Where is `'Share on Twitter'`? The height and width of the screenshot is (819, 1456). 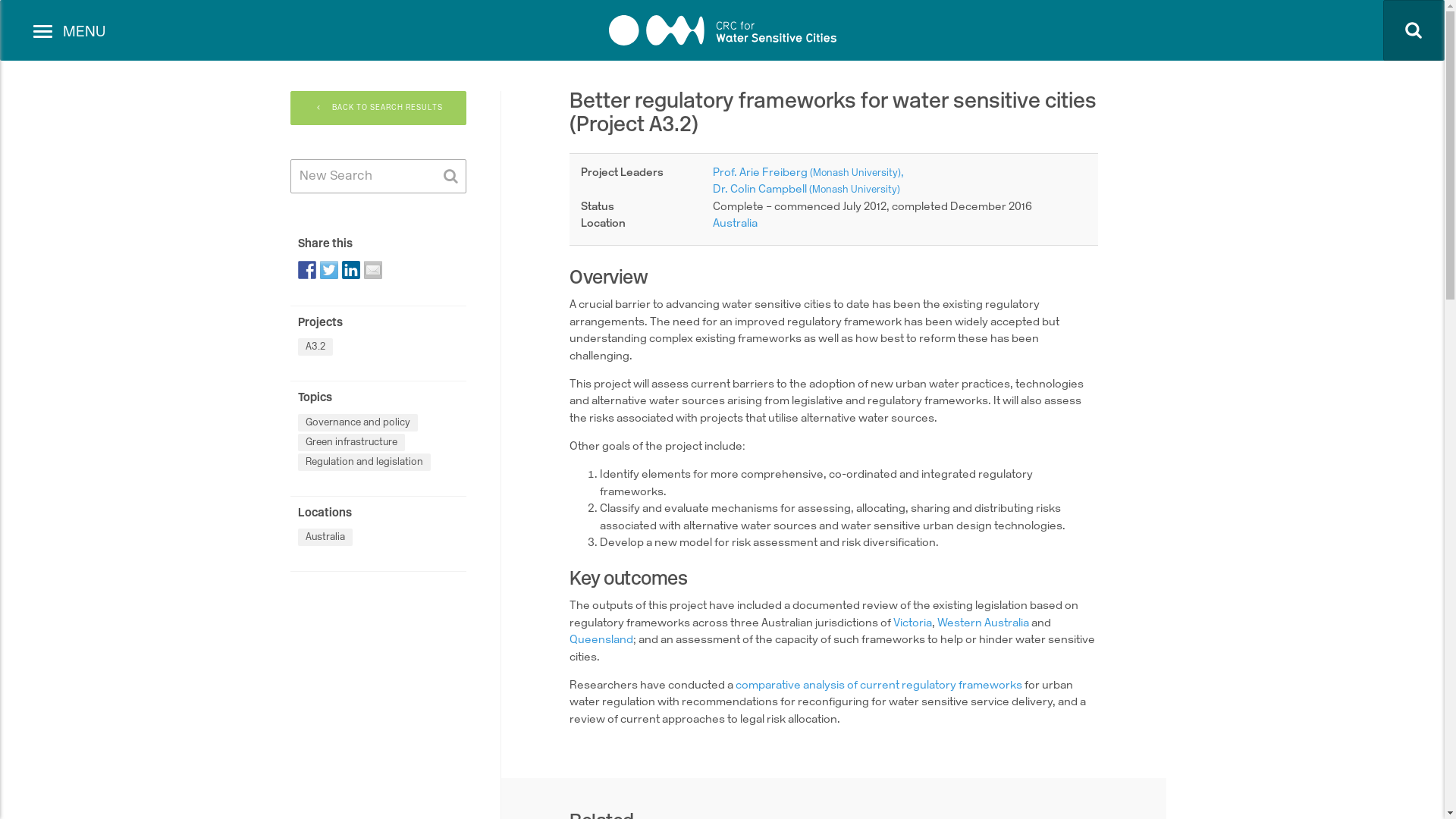
'Share on Twitter' is located at coordinates (328, 268).